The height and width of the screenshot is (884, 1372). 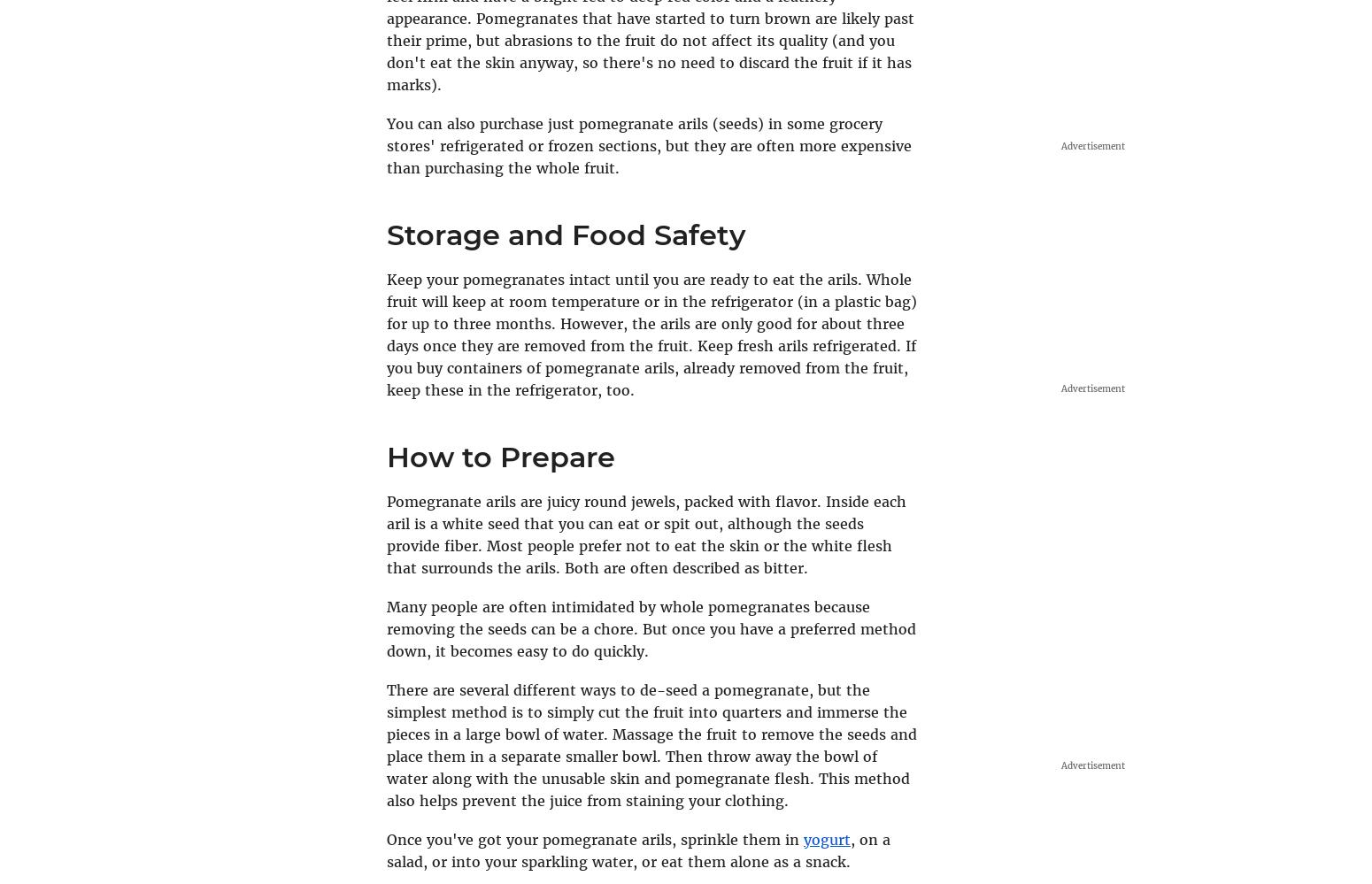 I want to click on 'yogurt', so click(x=826, y=838).